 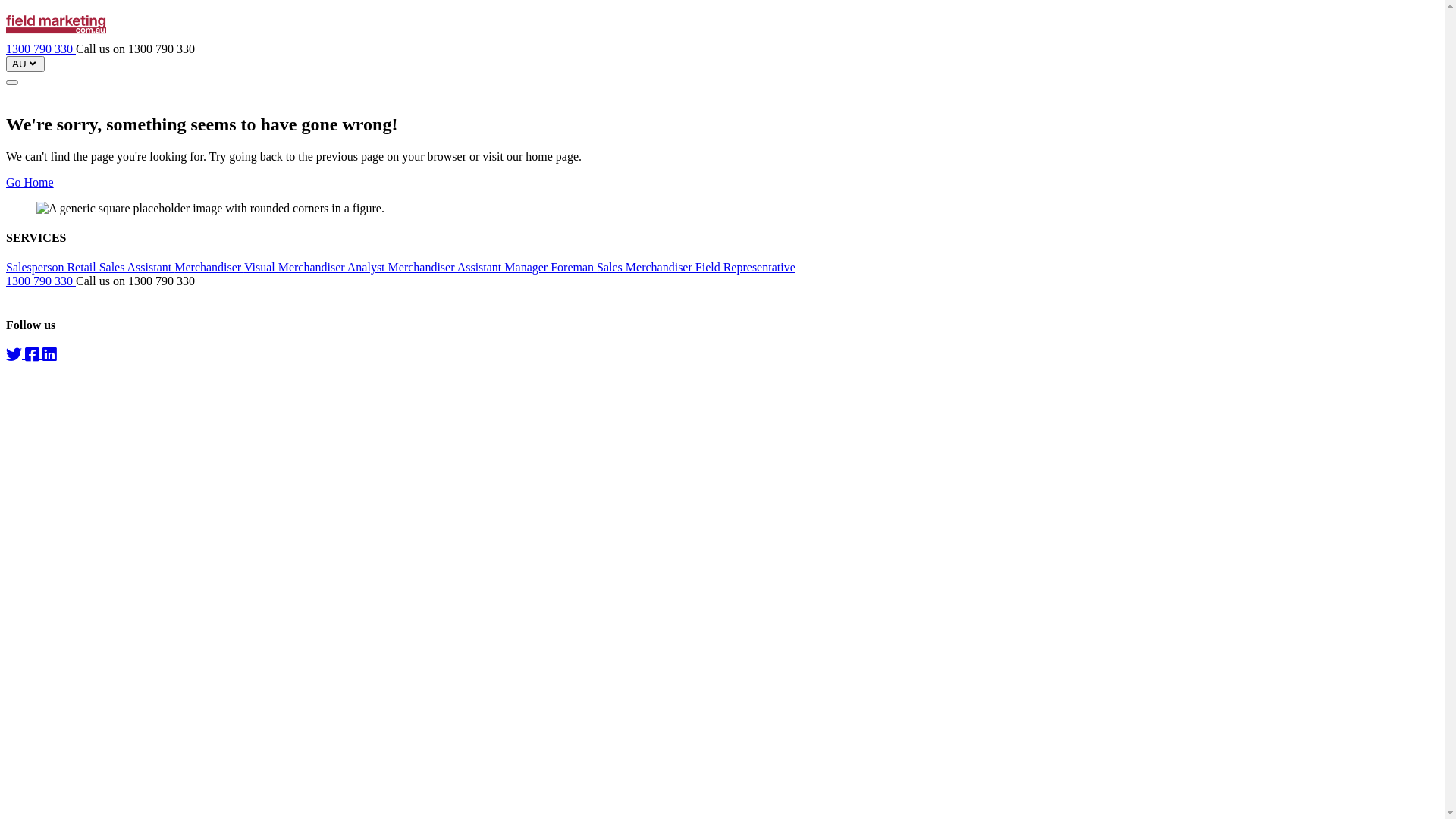 I want to click on 'Retail Sales Assistant', so click(x=65, y=266).